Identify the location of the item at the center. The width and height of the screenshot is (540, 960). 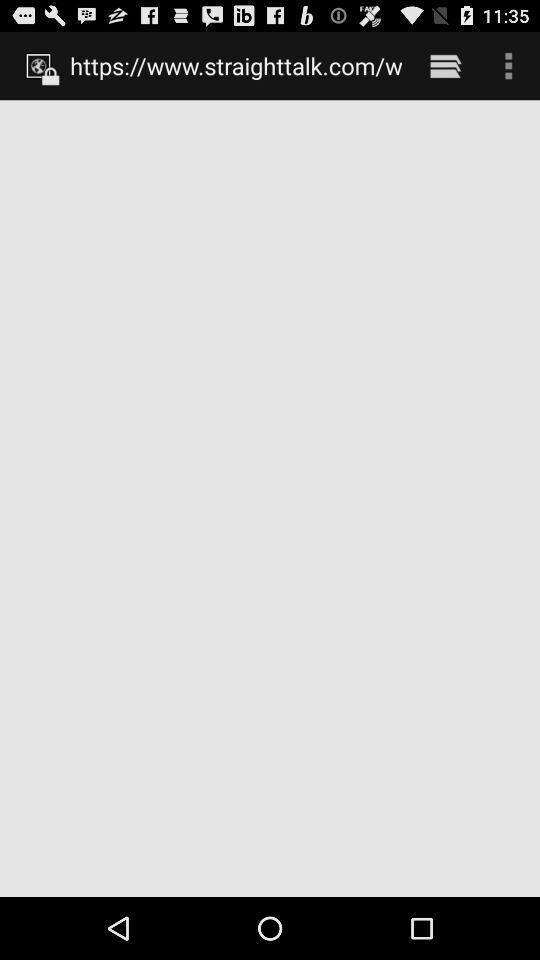
(270, 497).